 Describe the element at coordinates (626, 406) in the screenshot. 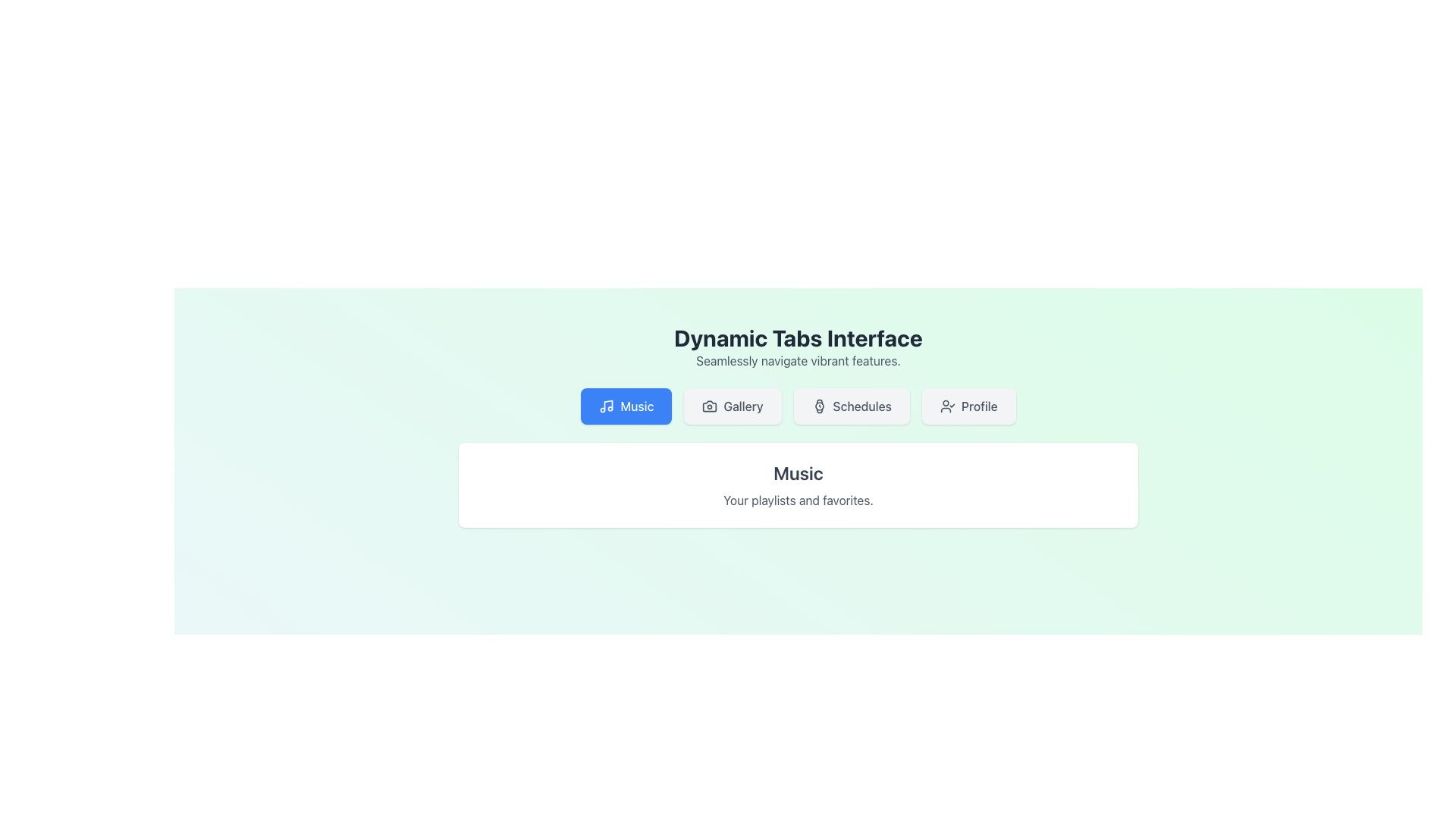

I see `the 'Music' button, the first button in a horizontal row of navigation buttons` at that location.